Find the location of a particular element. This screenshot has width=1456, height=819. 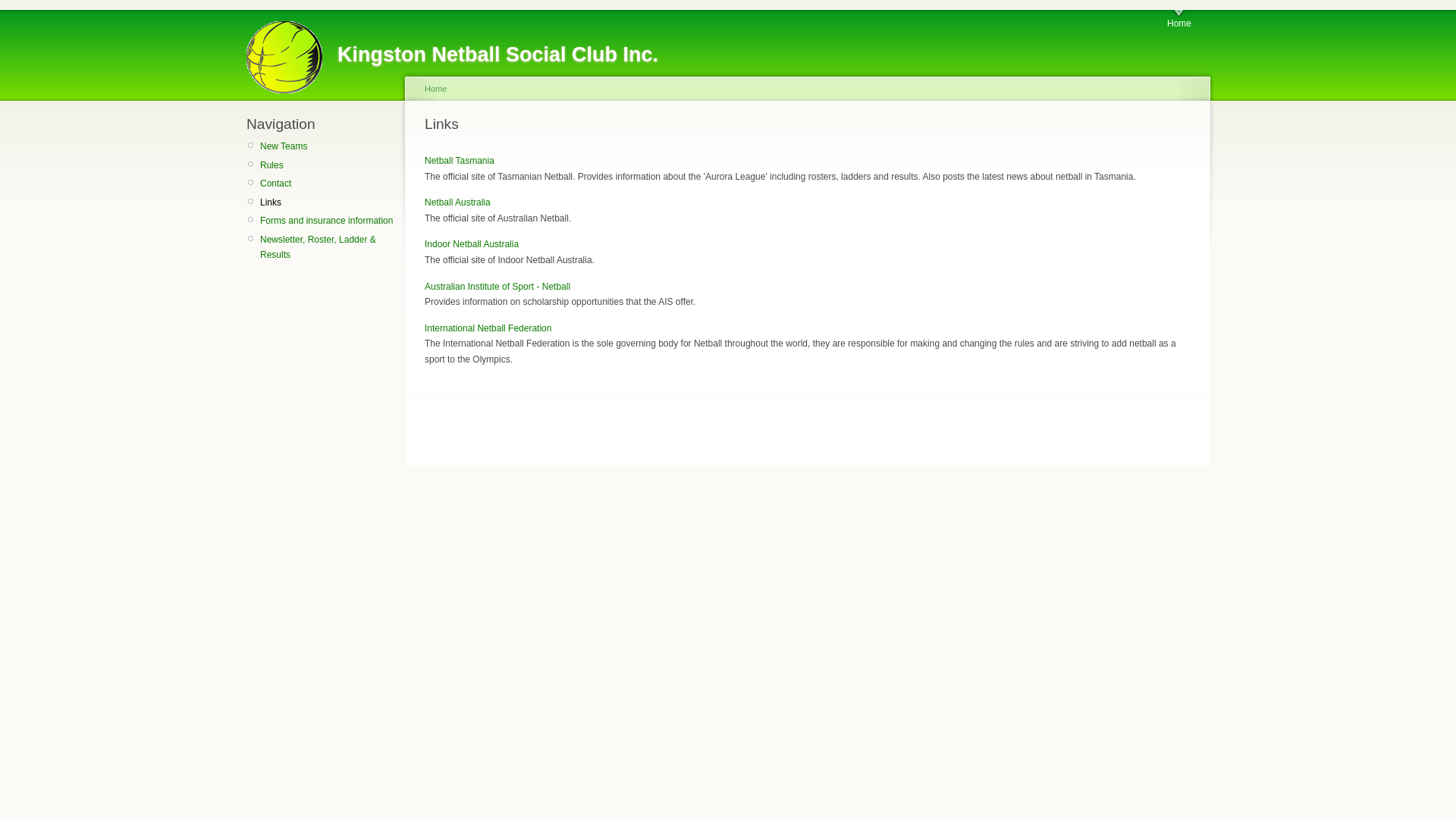

'Kingston Netball Social Club Inc.' is located at coordinates (497, 54).